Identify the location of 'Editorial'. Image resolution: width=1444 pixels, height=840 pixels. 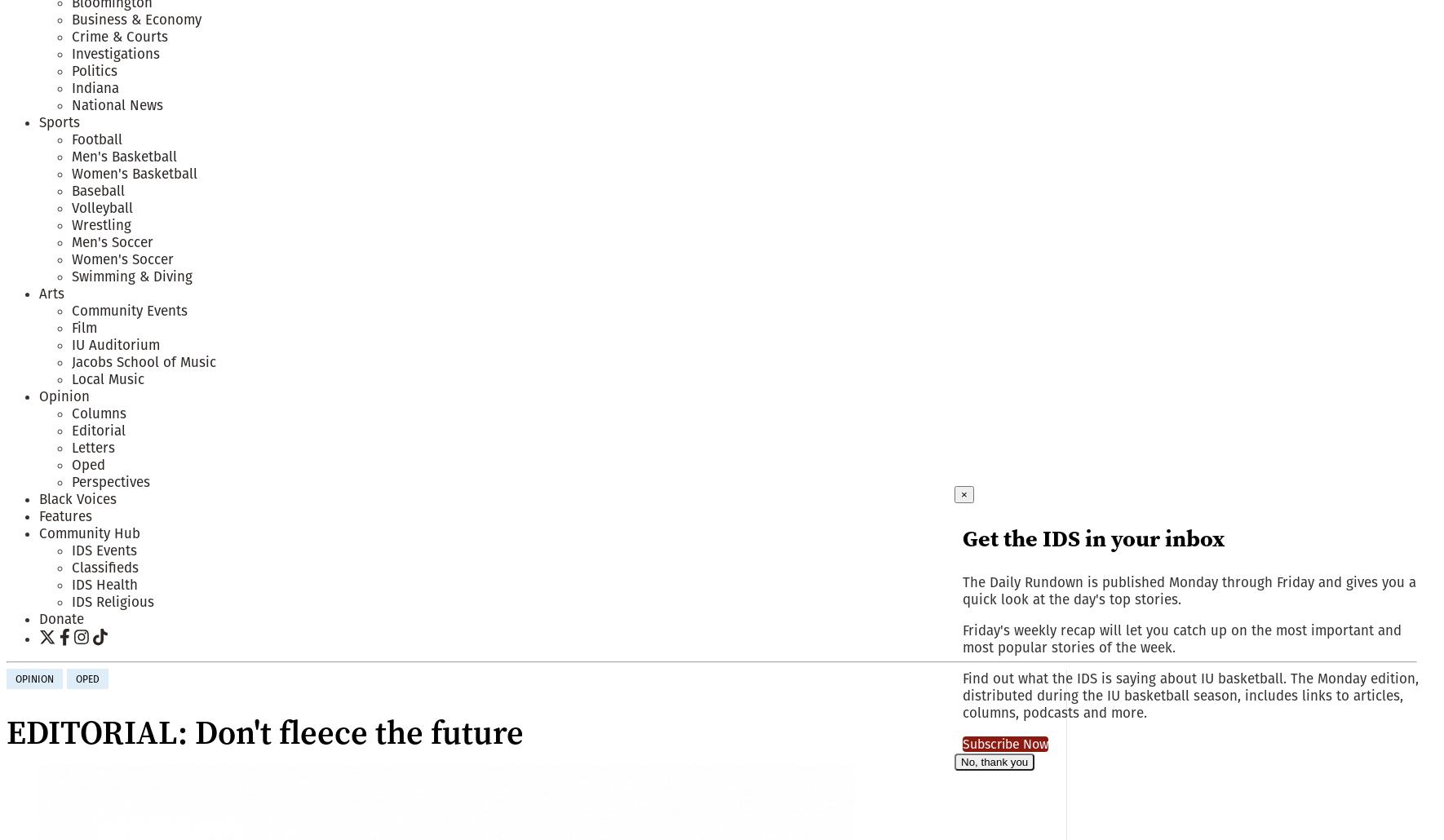
(98, 430).